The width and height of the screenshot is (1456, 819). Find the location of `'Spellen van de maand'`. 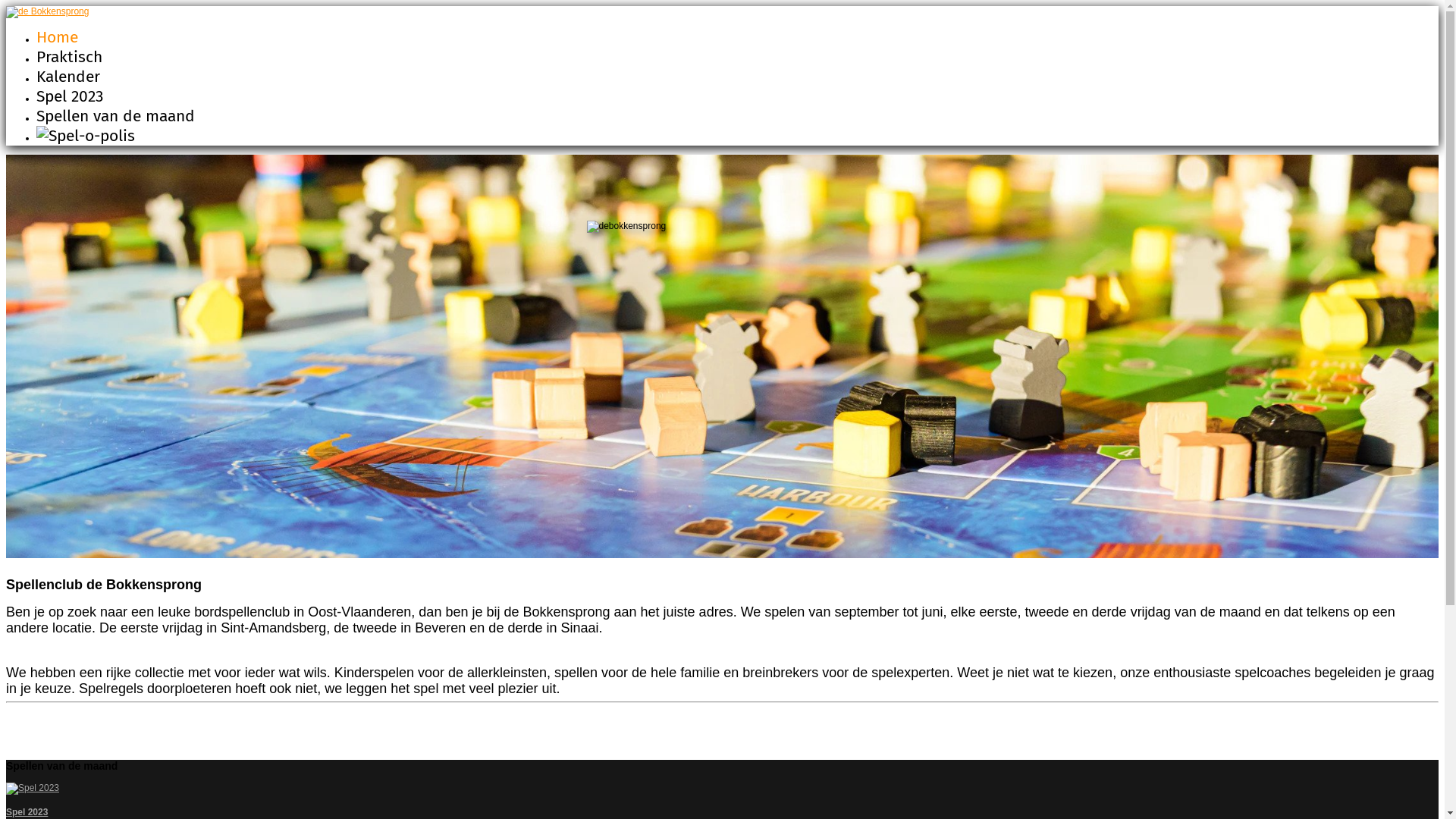

'Spellen van de maand' is located at coordinates (115, 115).